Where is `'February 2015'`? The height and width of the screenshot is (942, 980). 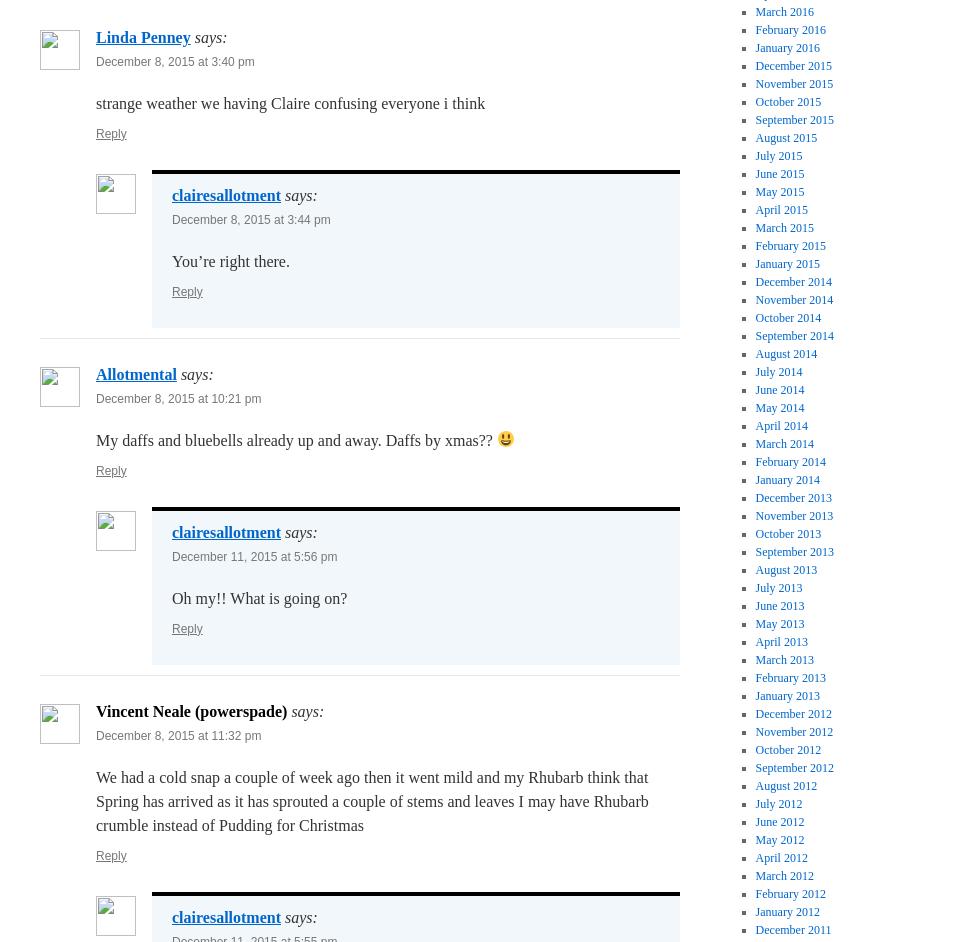
'February 2015' is located at coordinates (789, 244).